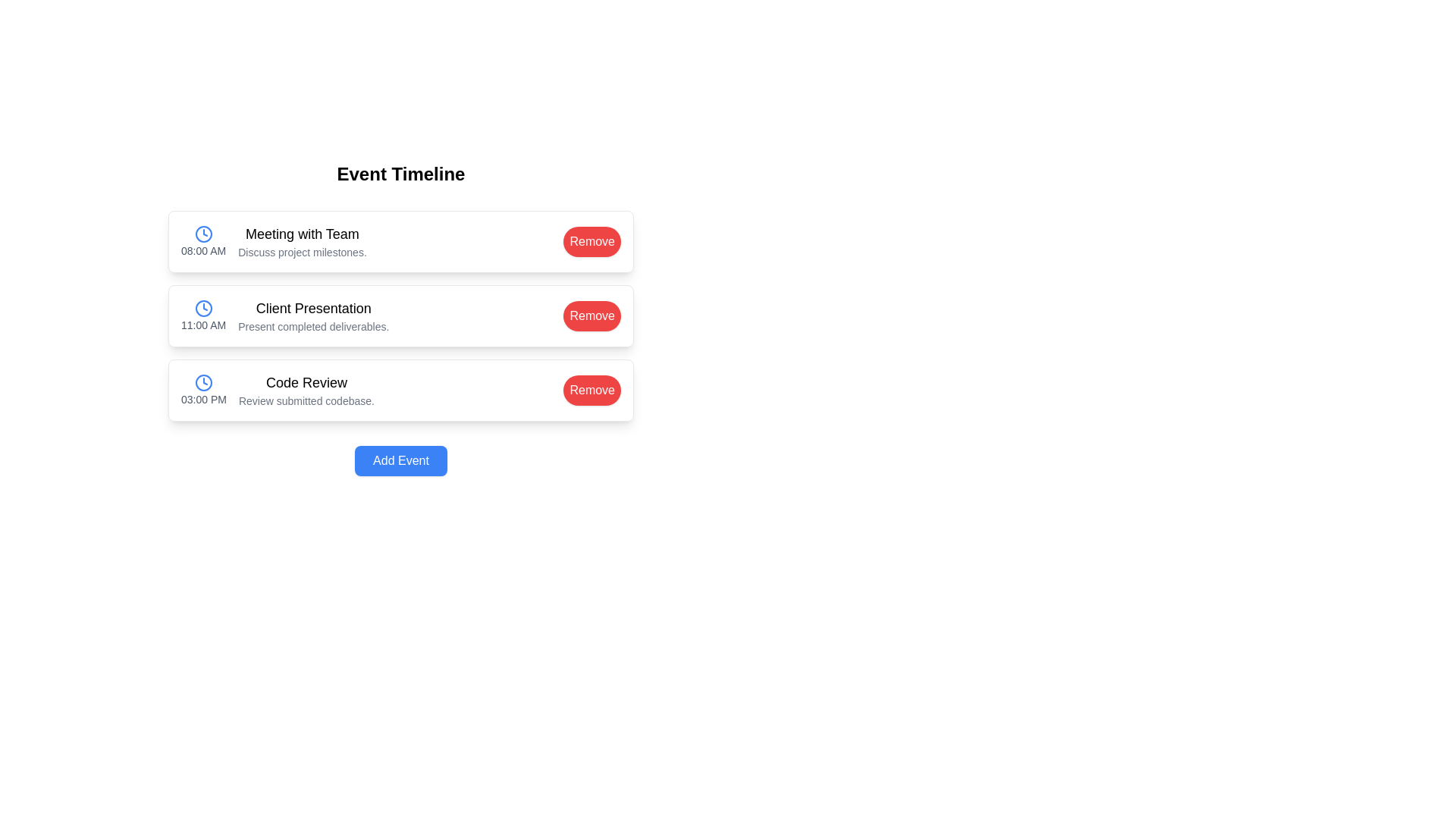 The width and height of the screenshot is (1456, 819). Describe the element at coordinates (202, 241) in the screenshot. I see `the displayed time and icon of the first scheduled event, which features a blue clock icon above the text '08:00 AM'` at that location.